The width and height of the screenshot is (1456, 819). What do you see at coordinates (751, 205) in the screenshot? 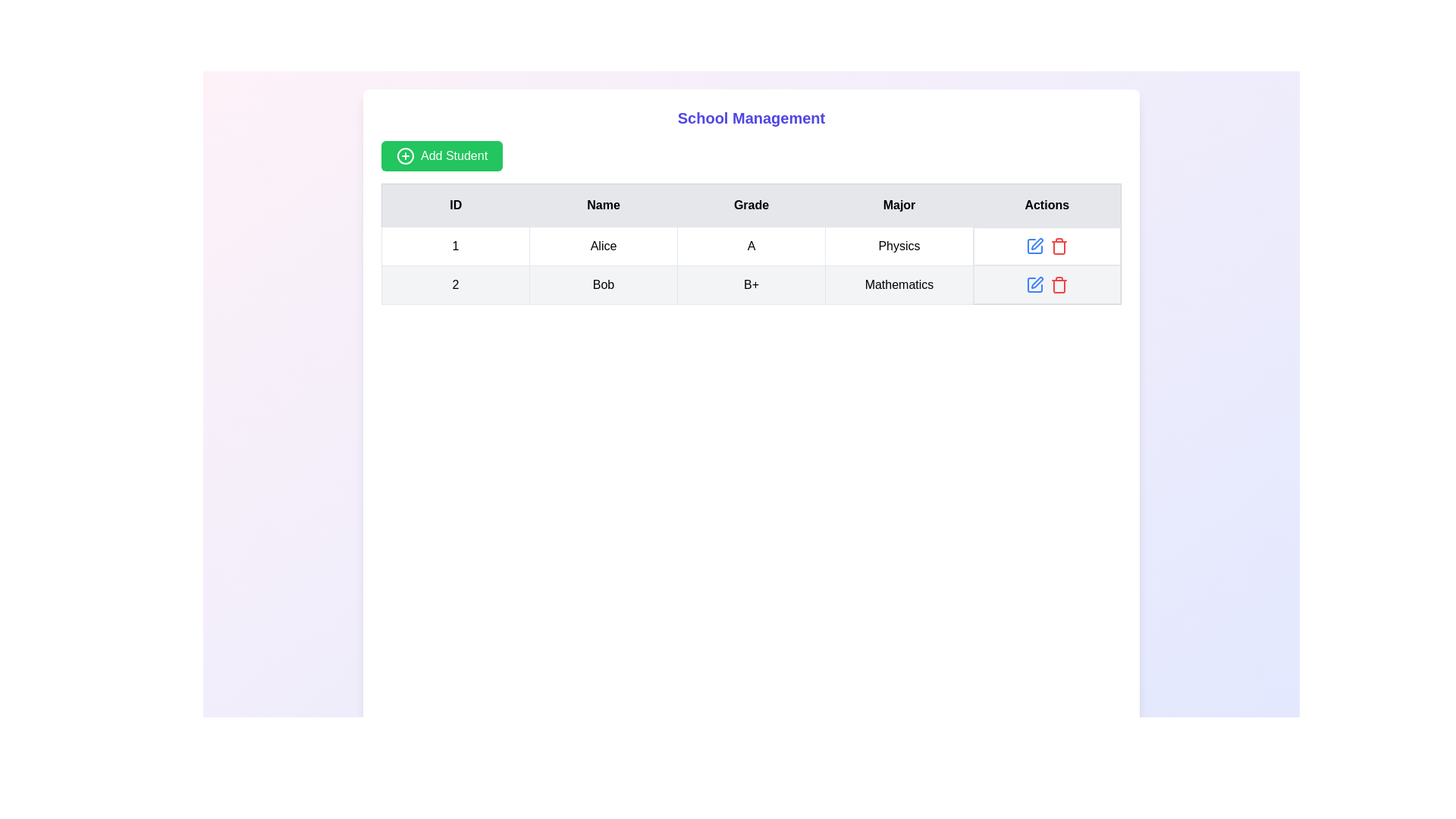
I see `the 'Grade' column header in the table, which is a static text element displayed in bold black font with a light gray background` at bounding box center [751, 205].